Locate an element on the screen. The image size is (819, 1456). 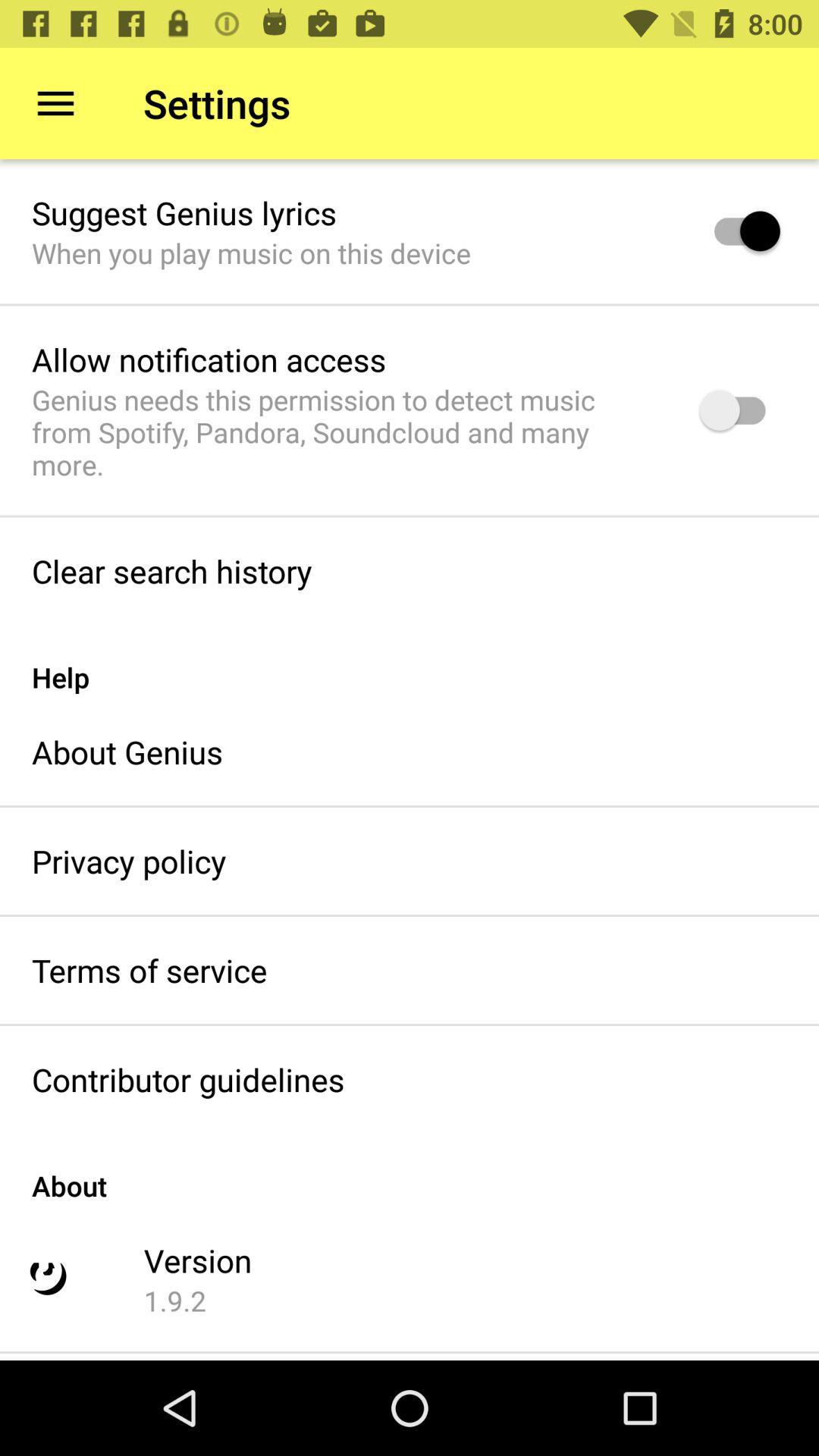
the version icon is located at coordinates (197, 1260).